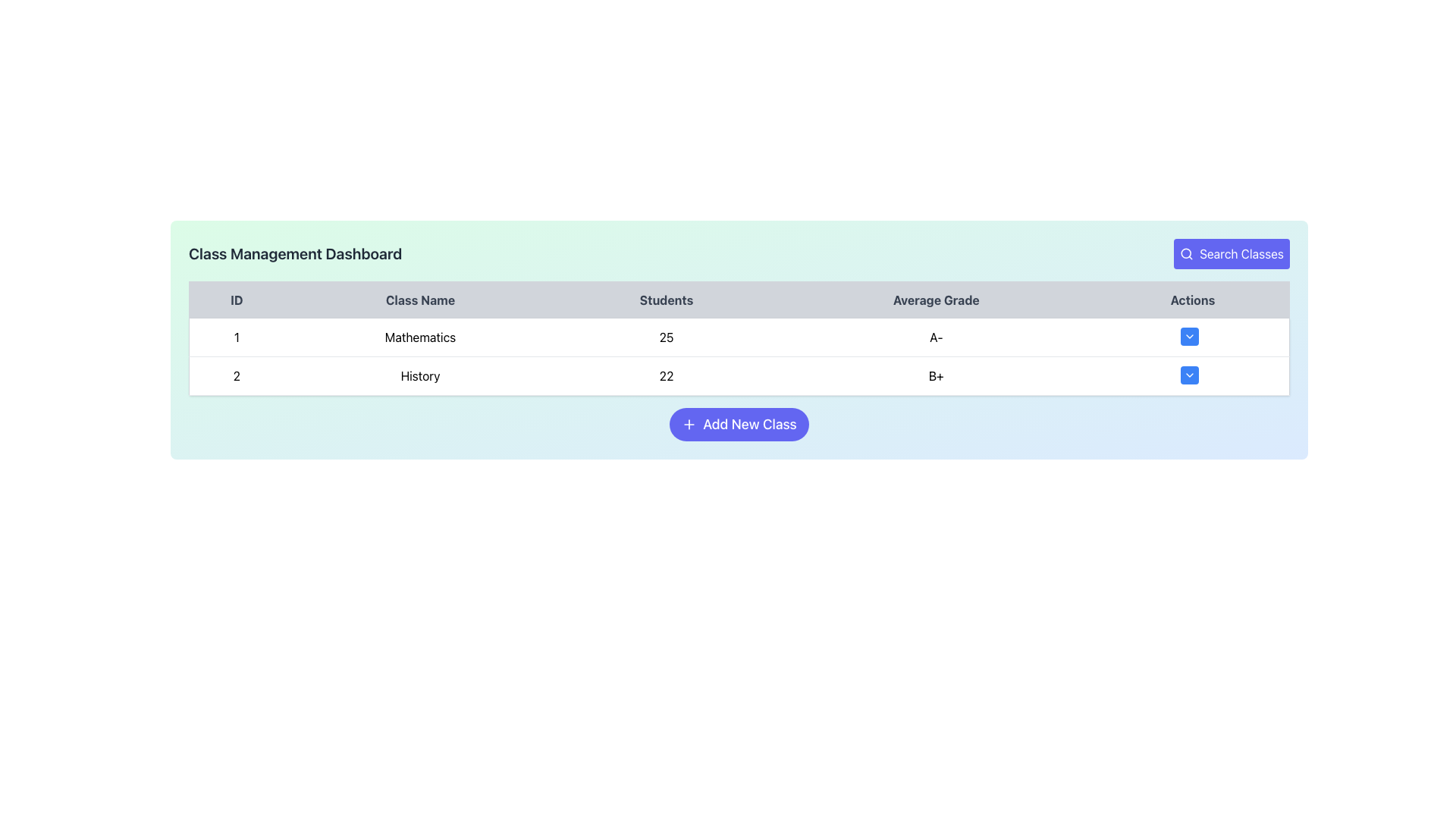 The height and width of the screenshot is (819, 1456). What do you see at coordinates (1185, 253) in the screenshot?
I see `the SVG Circle element that is part of the magnifying glass icon, located at the left end of the 'Search Classes' blue button` at bounding box center [1185, 253].